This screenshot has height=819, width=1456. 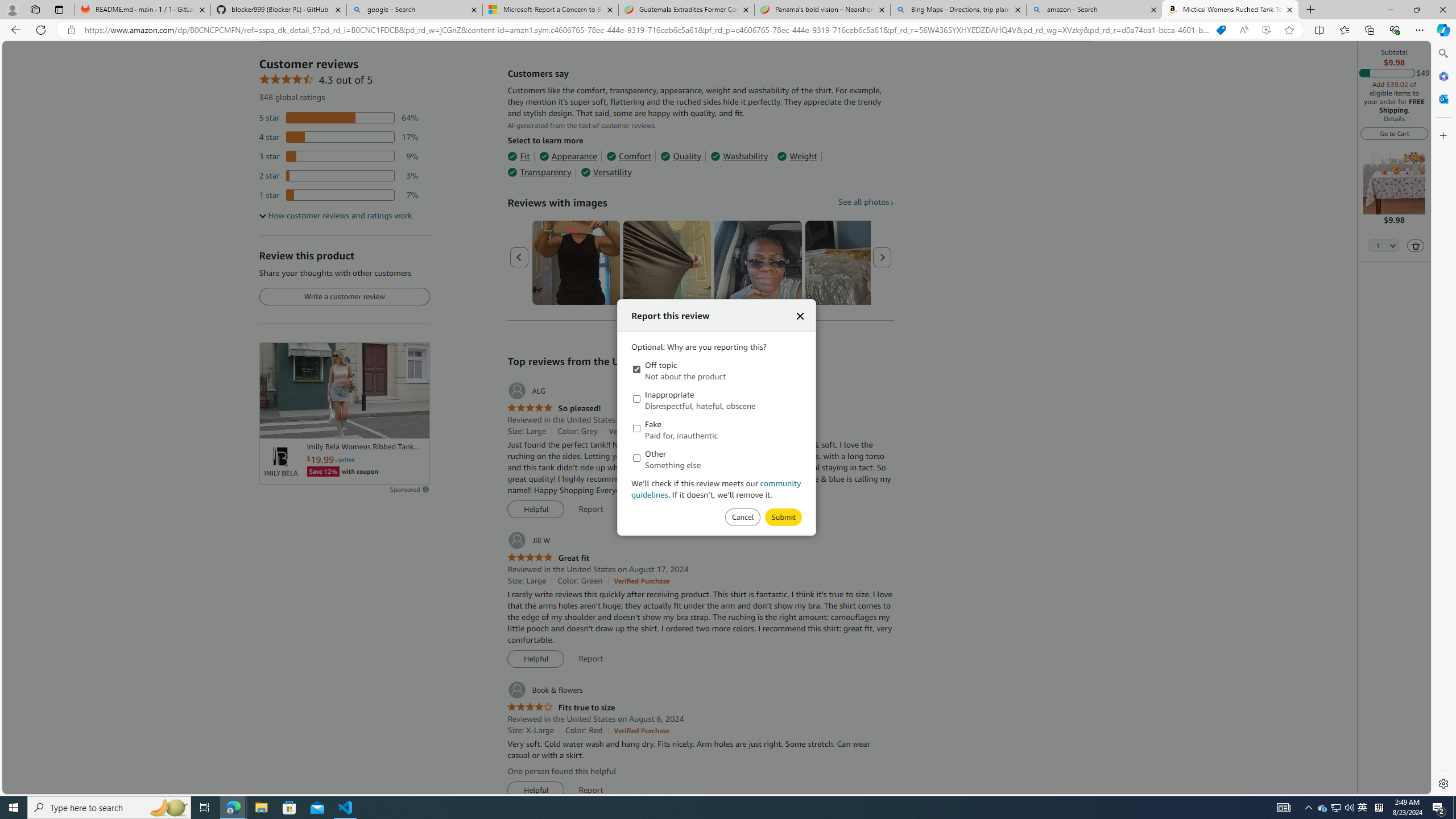 What do you see at coordinates (544, 690) in the screenshot?
I see `'Book & flowers'` at bounding box center [544, 690].